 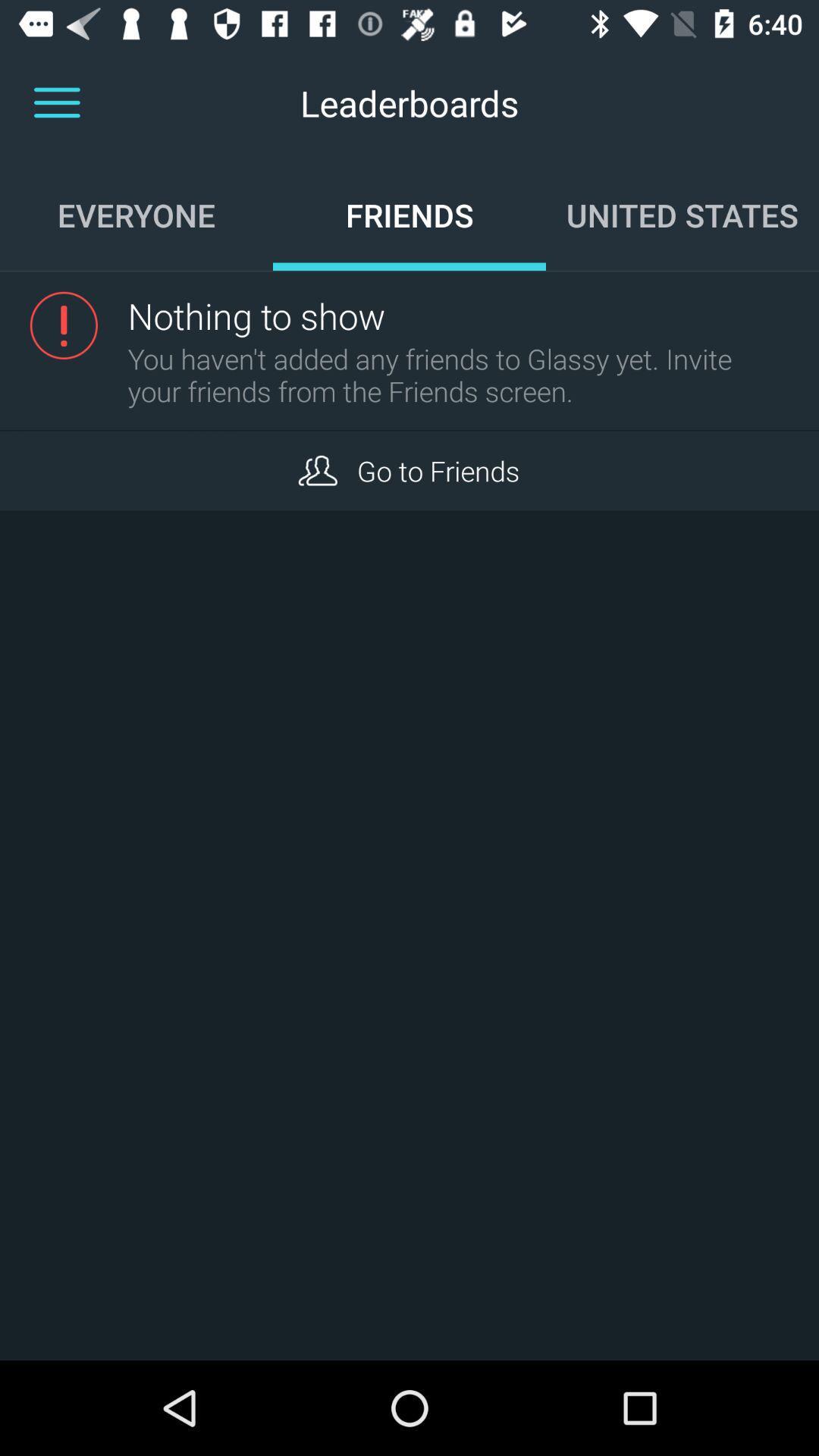 What do you see at coordinates (56, 102) in the screenshot?
I see `menu` at bounding box center [56, 102].